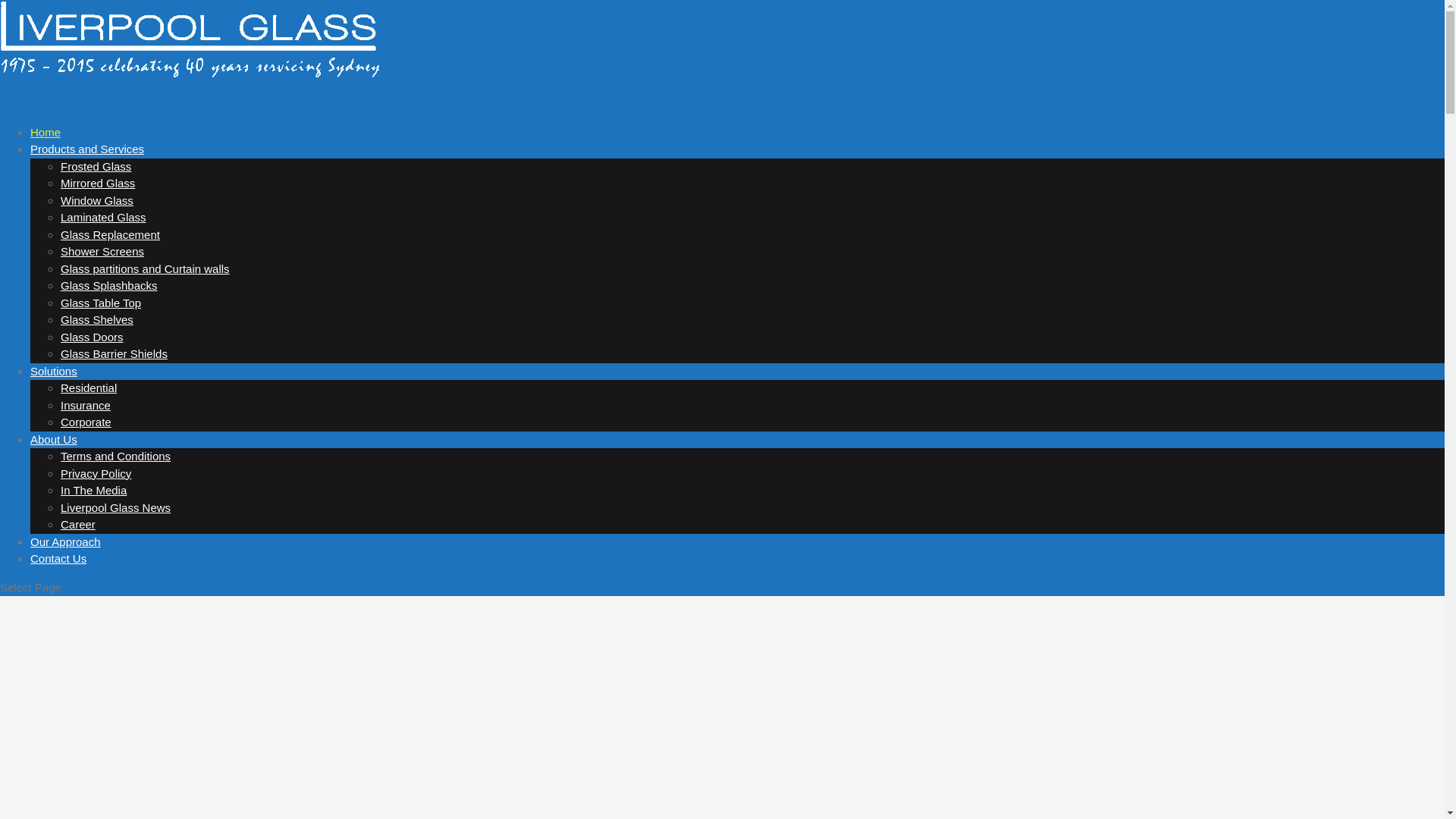 Image resolution: width=1456 pixels, height=819 pixels. What do you see at coordinates (54, 384) in the screenshot?
I see `'Solutions'` at bounding box center [54, 384].